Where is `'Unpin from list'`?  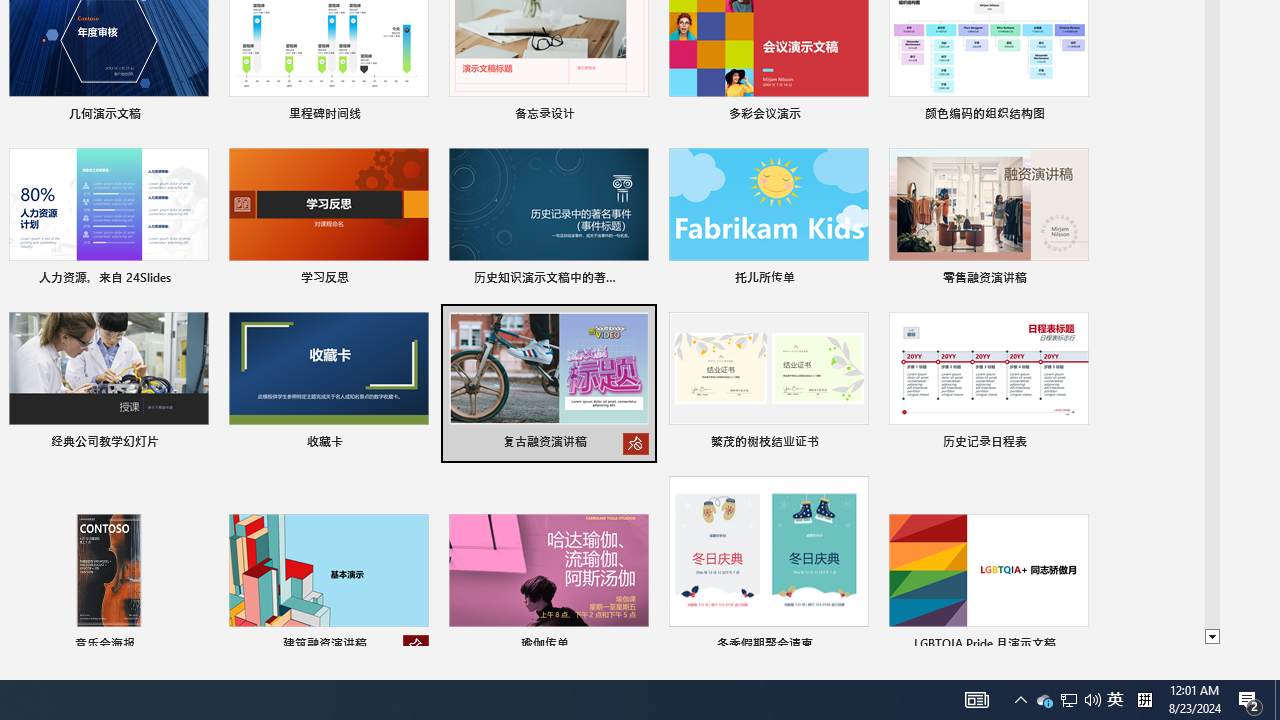 'Unpin from list' is located at coordinates (415, 645).